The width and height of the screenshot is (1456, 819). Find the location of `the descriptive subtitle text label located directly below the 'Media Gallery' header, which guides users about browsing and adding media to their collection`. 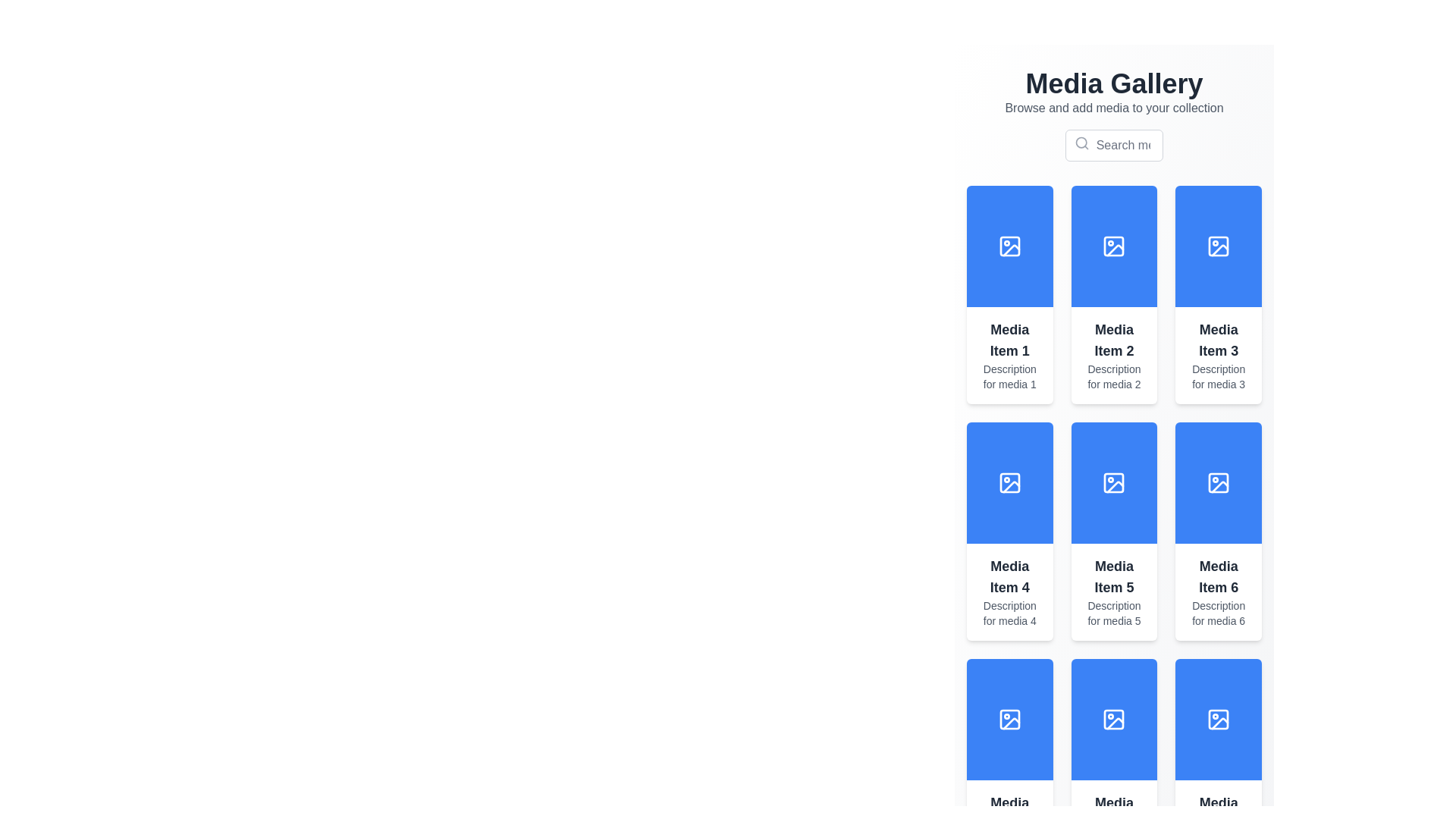

the descriptive subtitle text label located directly below the 'Media Gallery' header, which guides users about browsing and adding media to their collection is located at coordinates (1114, 107).